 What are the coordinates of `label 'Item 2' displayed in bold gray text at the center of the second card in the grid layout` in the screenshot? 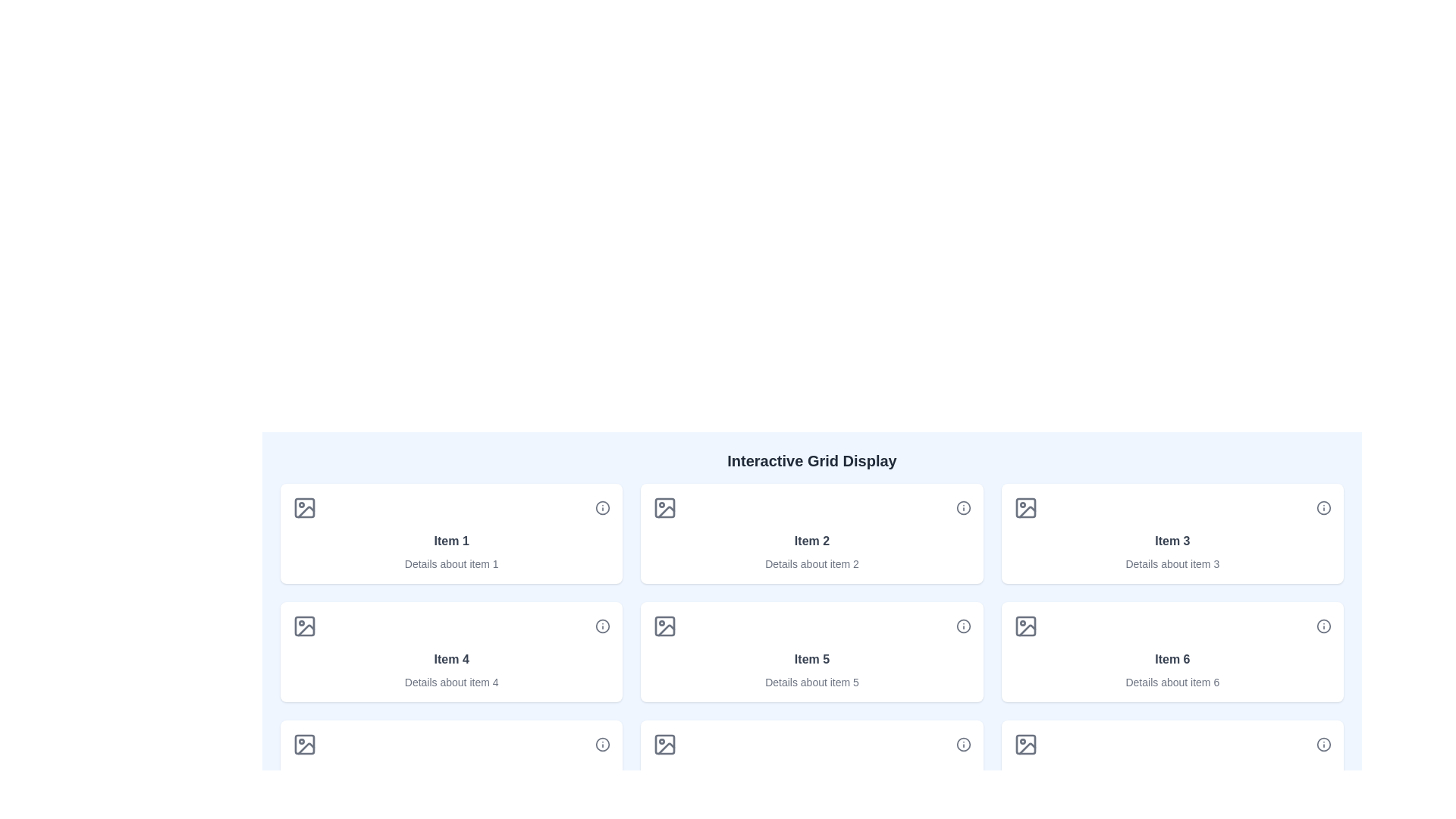 It's located at (811, 540).